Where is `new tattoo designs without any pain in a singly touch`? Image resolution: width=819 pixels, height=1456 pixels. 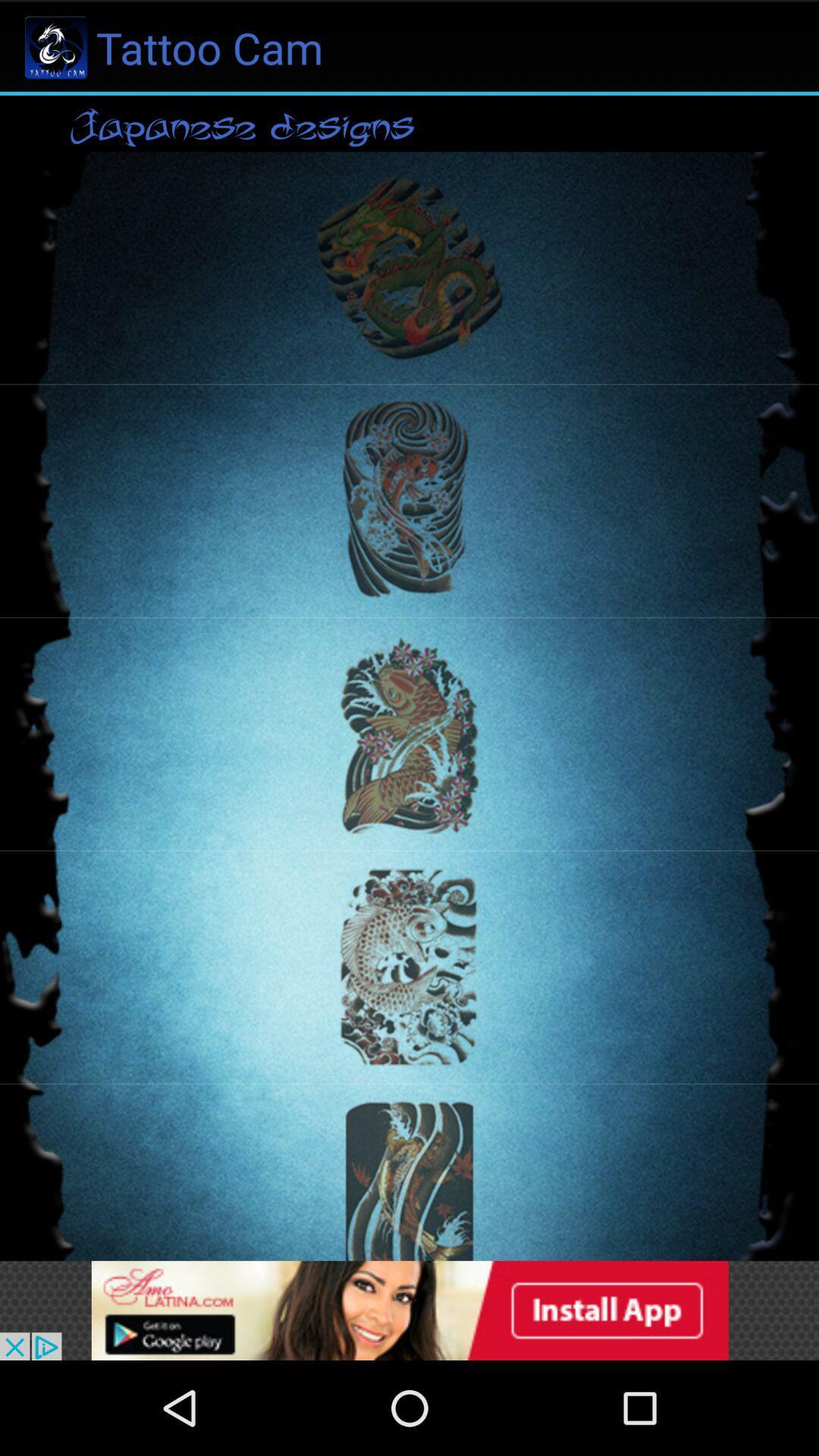 new tattoo designs without any pain in a singly touch is located at coordinates (409, 1310).